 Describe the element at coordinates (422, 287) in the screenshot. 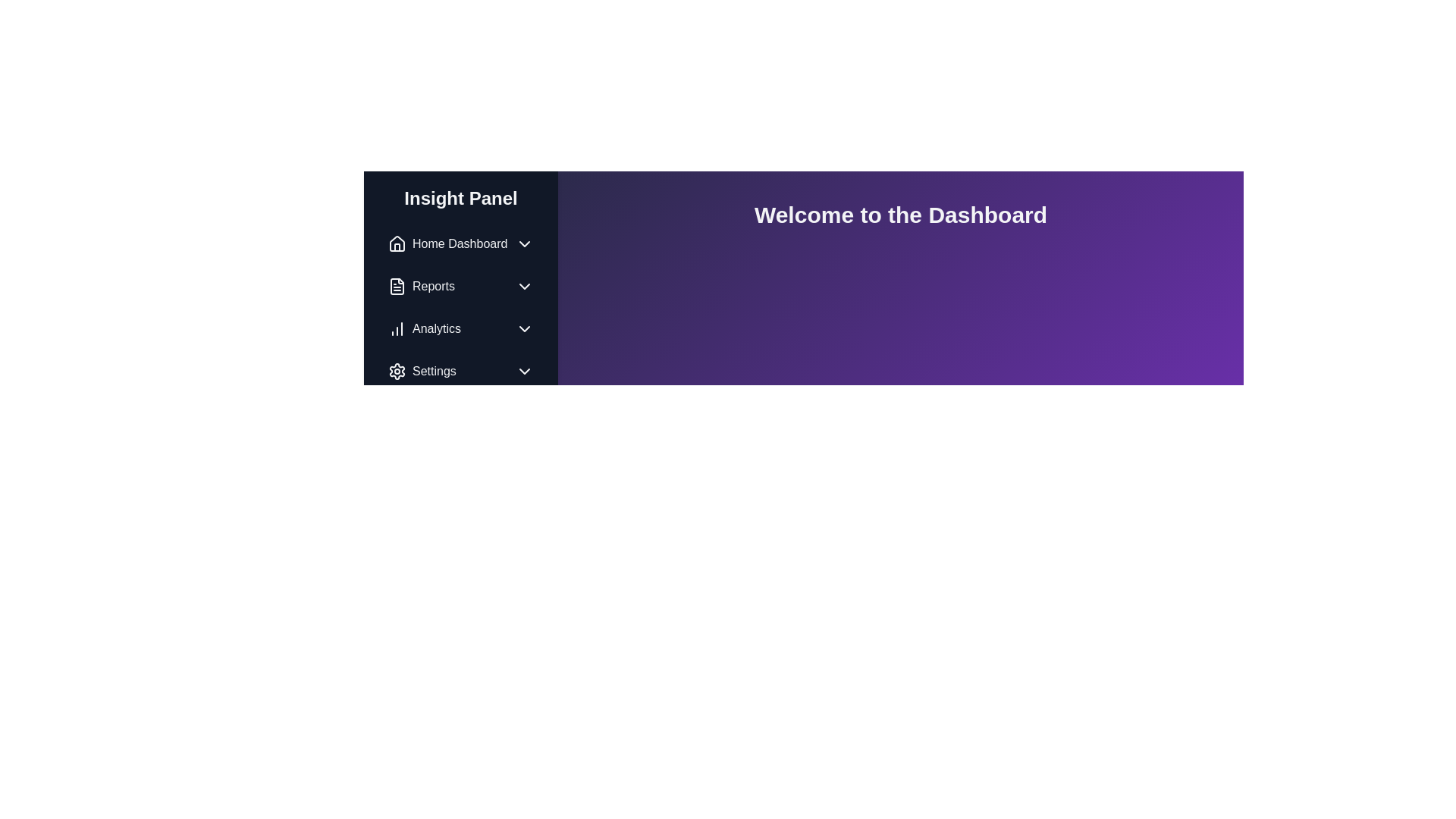

I see `the second navigation menu item for 'Reports' located in the left-hand navigation panel` at that location.